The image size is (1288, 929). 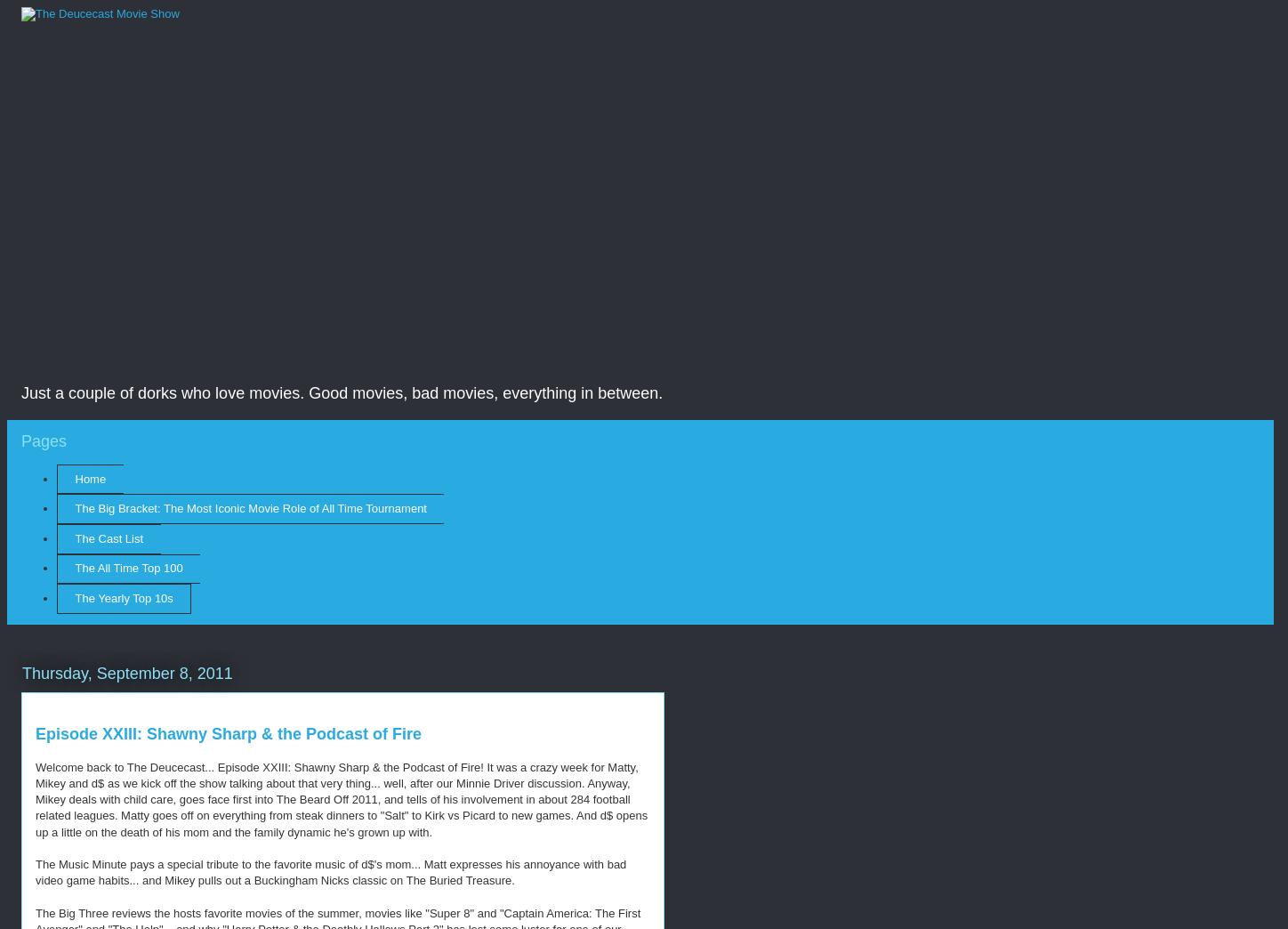 What do you see at coordinates (108, 537) in the screenshot?
I see `'The Cast List'` at bounding box center [108, 537].